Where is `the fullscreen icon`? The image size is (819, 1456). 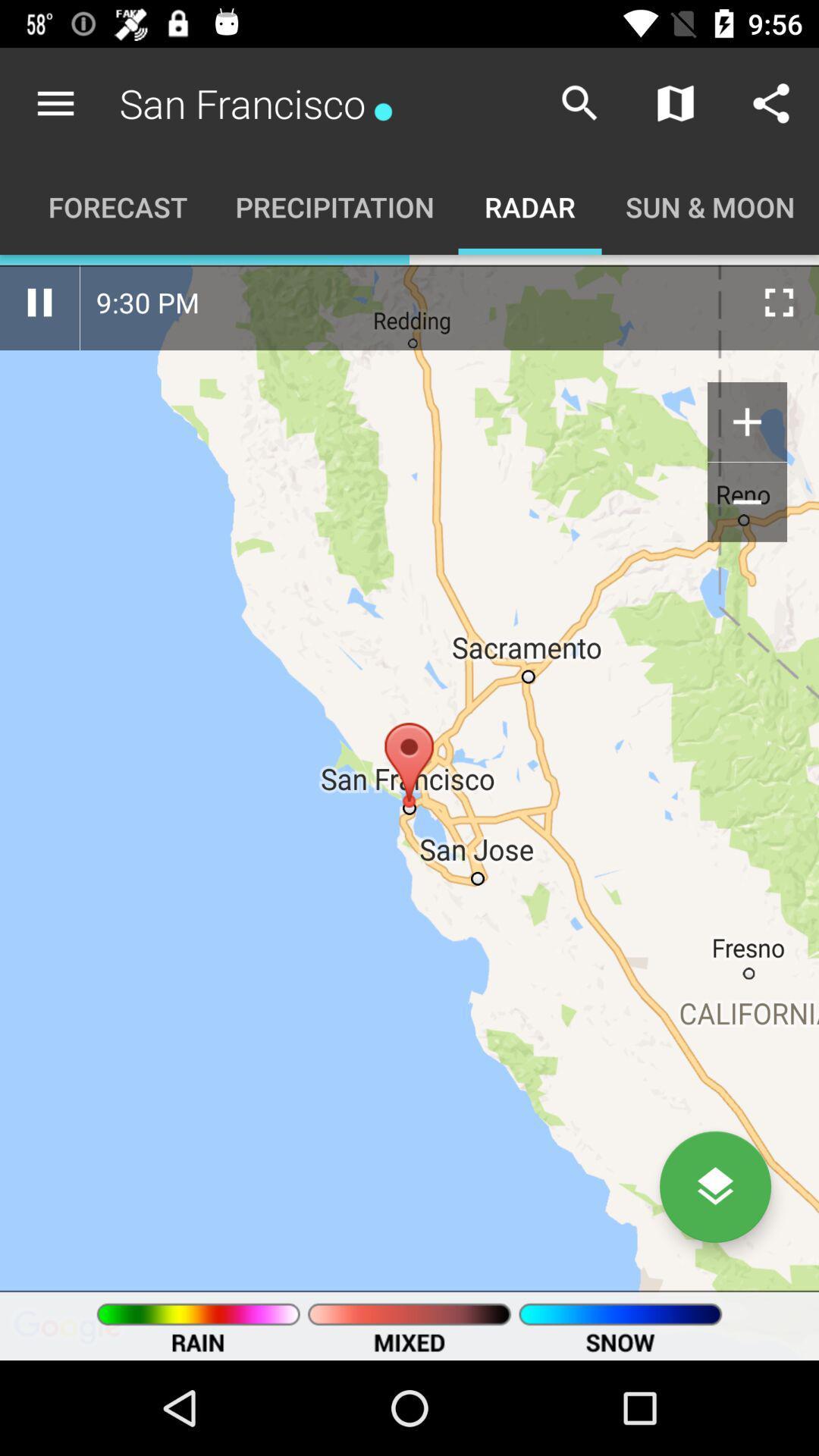 the fullscreen icon is located at coordinates (779, 302).